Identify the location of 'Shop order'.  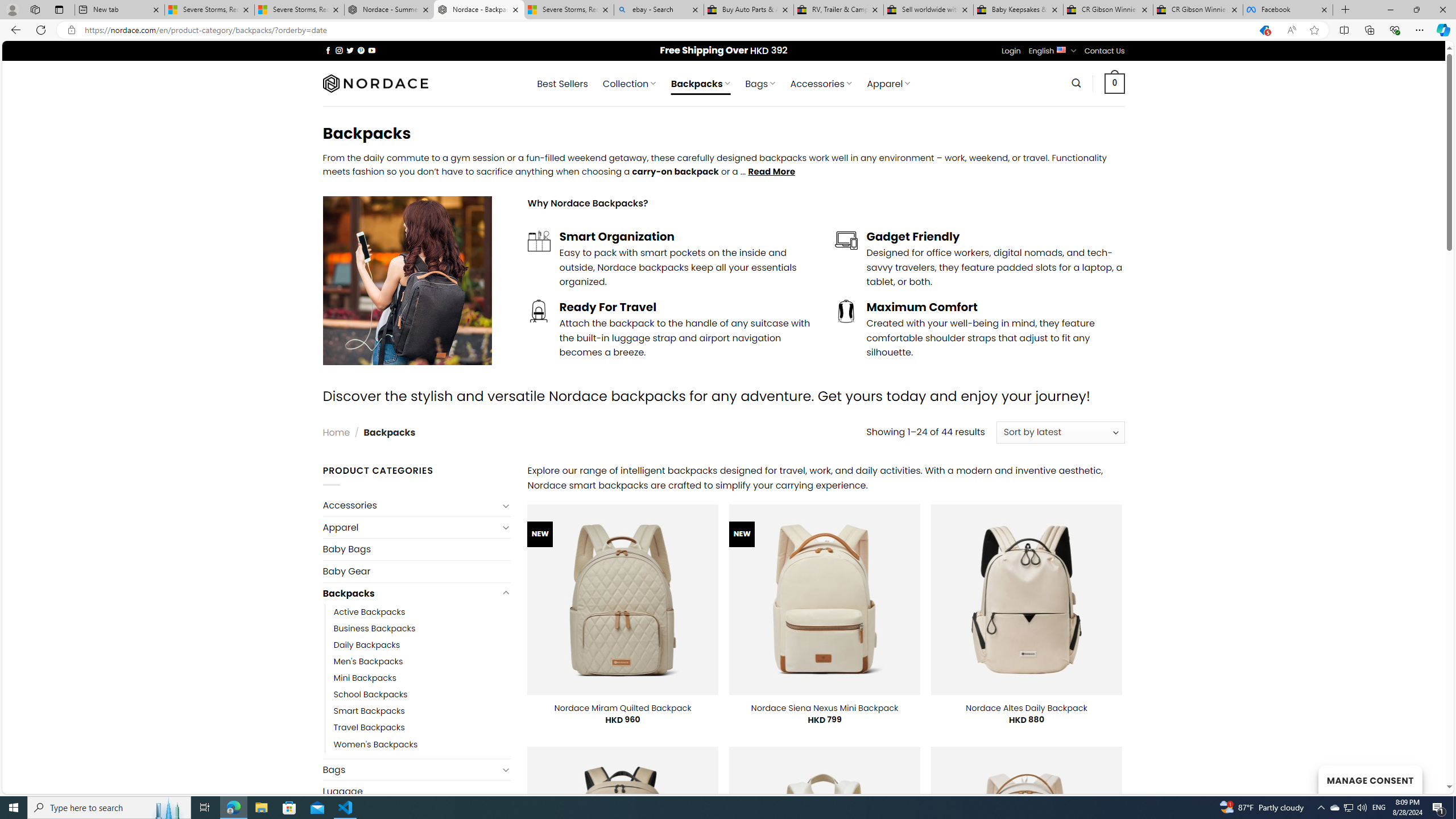
(1060, 433).